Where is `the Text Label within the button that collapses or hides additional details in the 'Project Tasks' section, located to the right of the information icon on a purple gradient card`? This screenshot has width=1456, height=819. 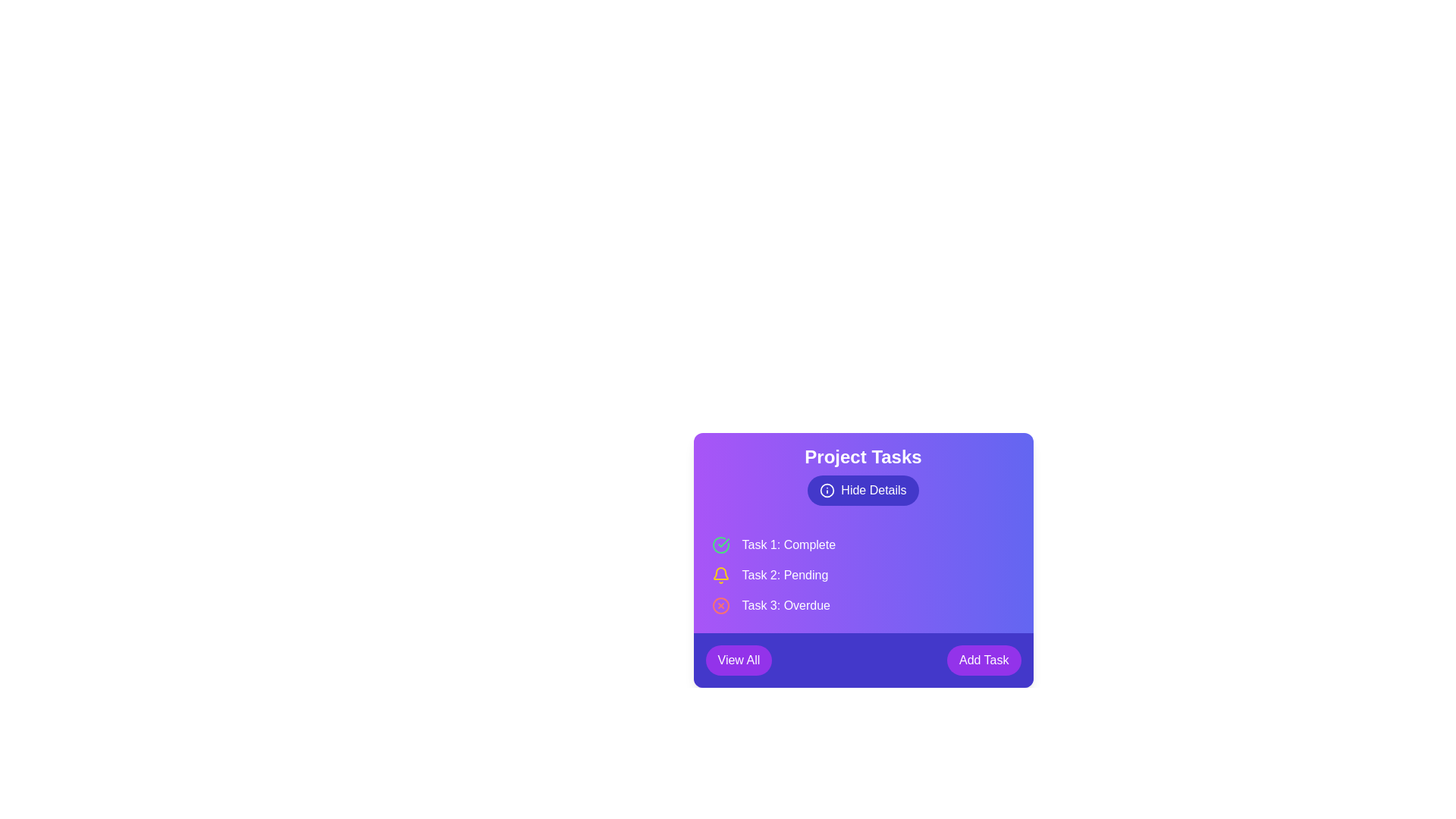 the Text Label within the button that collapses or hides additional details in the 'Project Tasks' section, located to the right of the information icon on a purple gradient card is located at coordinates (874, 491).